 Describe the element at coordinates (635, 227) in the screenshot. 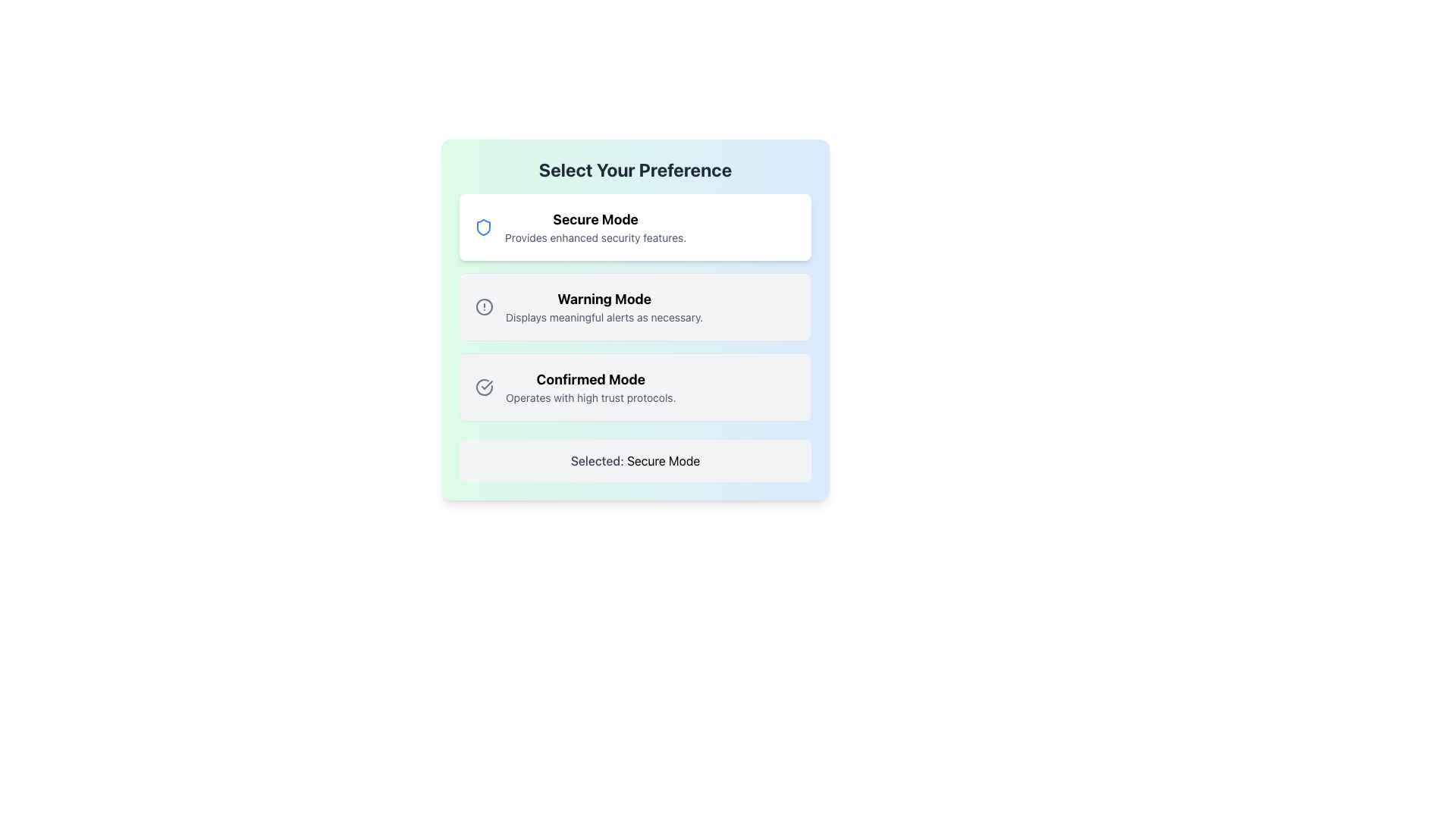

I see `the 'Secure Mode' selectable card UI component, which is the first item in a vertically stacked list, featuring a blue shield icon and bold text reading 'Secure Mode'` at that location.